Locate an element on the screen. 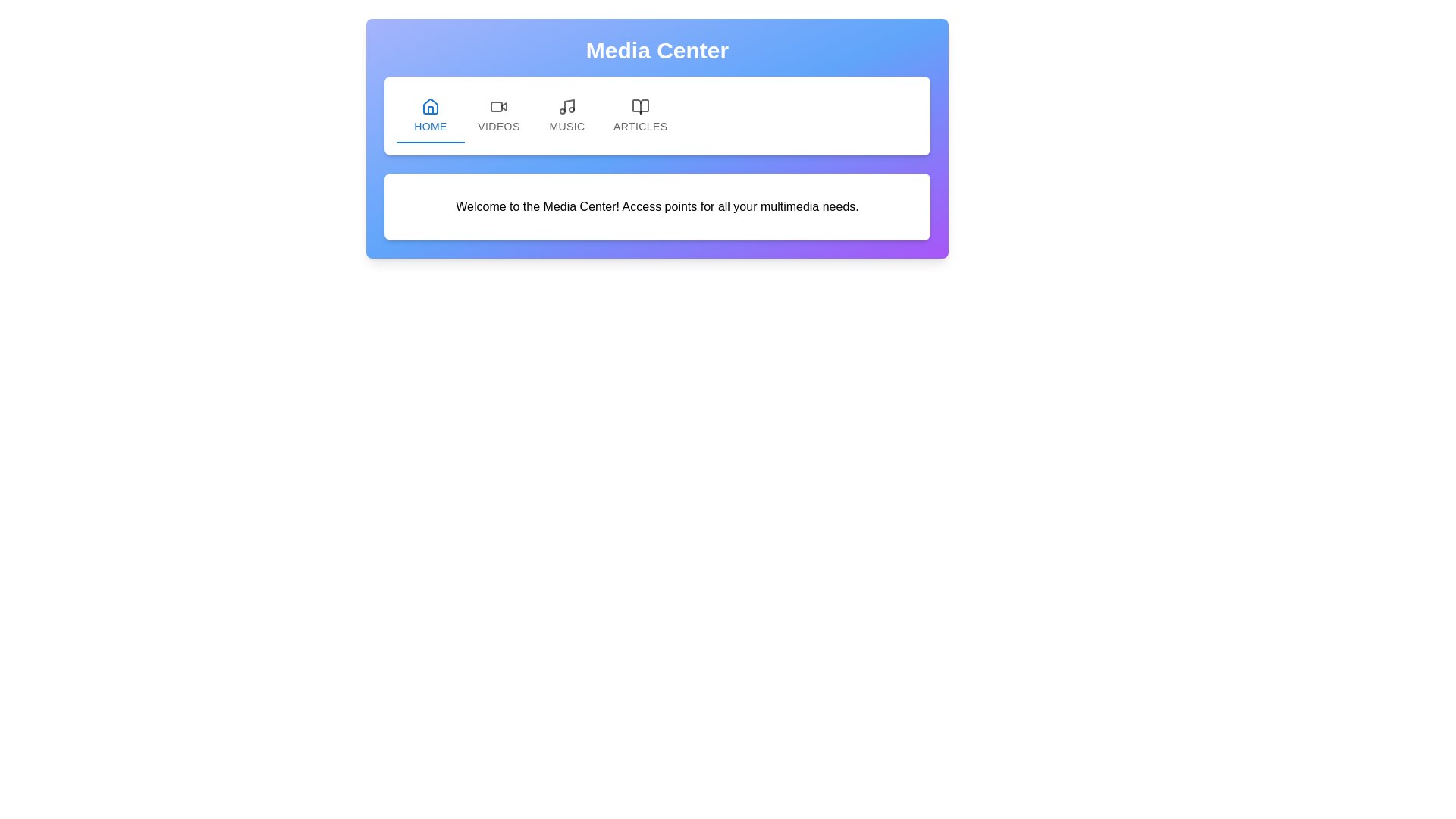  the 'MUSIC' tab button, which is styled with a musical note icon and is the third tab in a horizontal list is located at coordinates (566, 115).